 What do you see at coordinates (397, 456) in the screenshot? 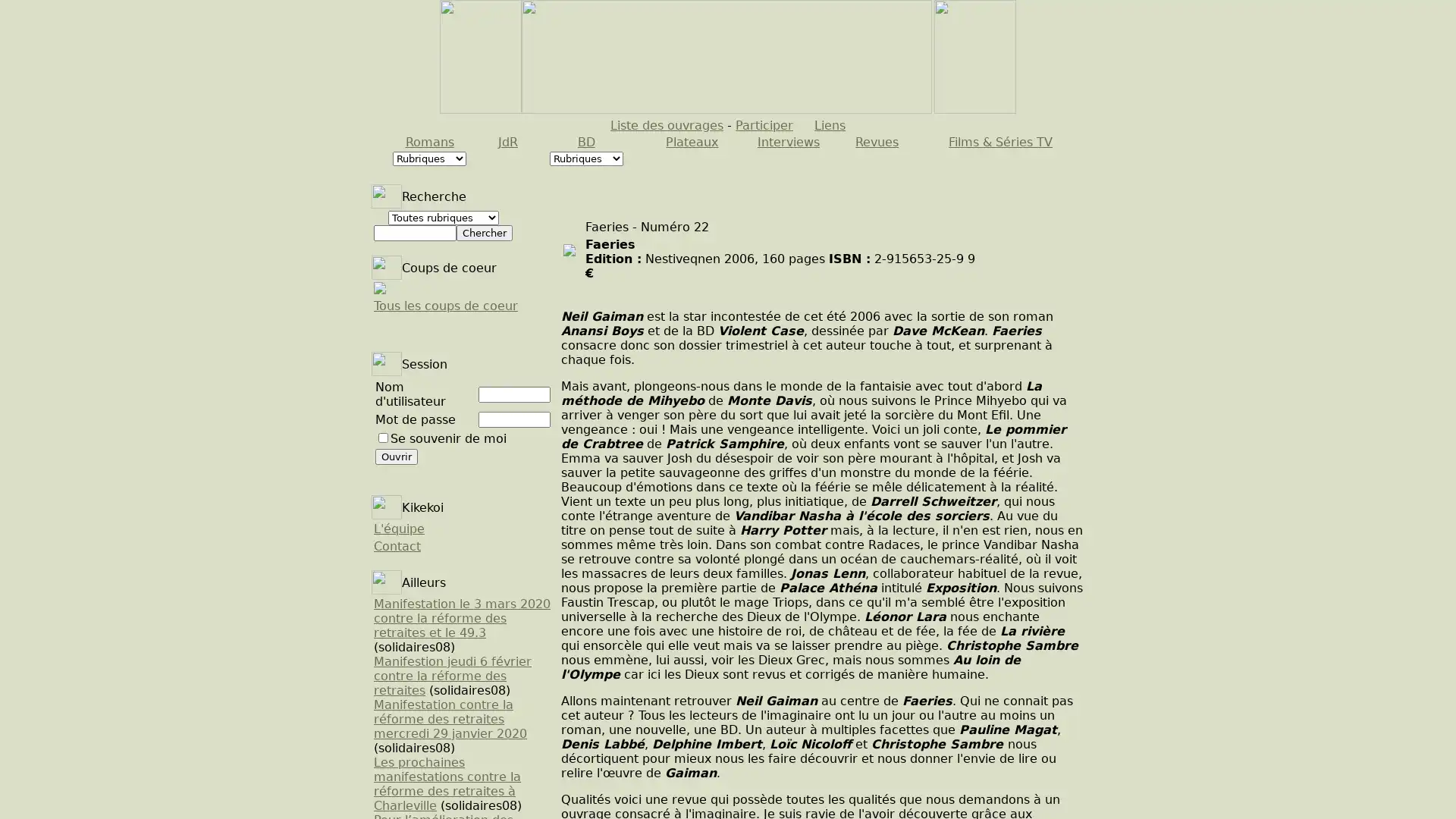
I see `Ouvrir` at bounding box center [397, 456].